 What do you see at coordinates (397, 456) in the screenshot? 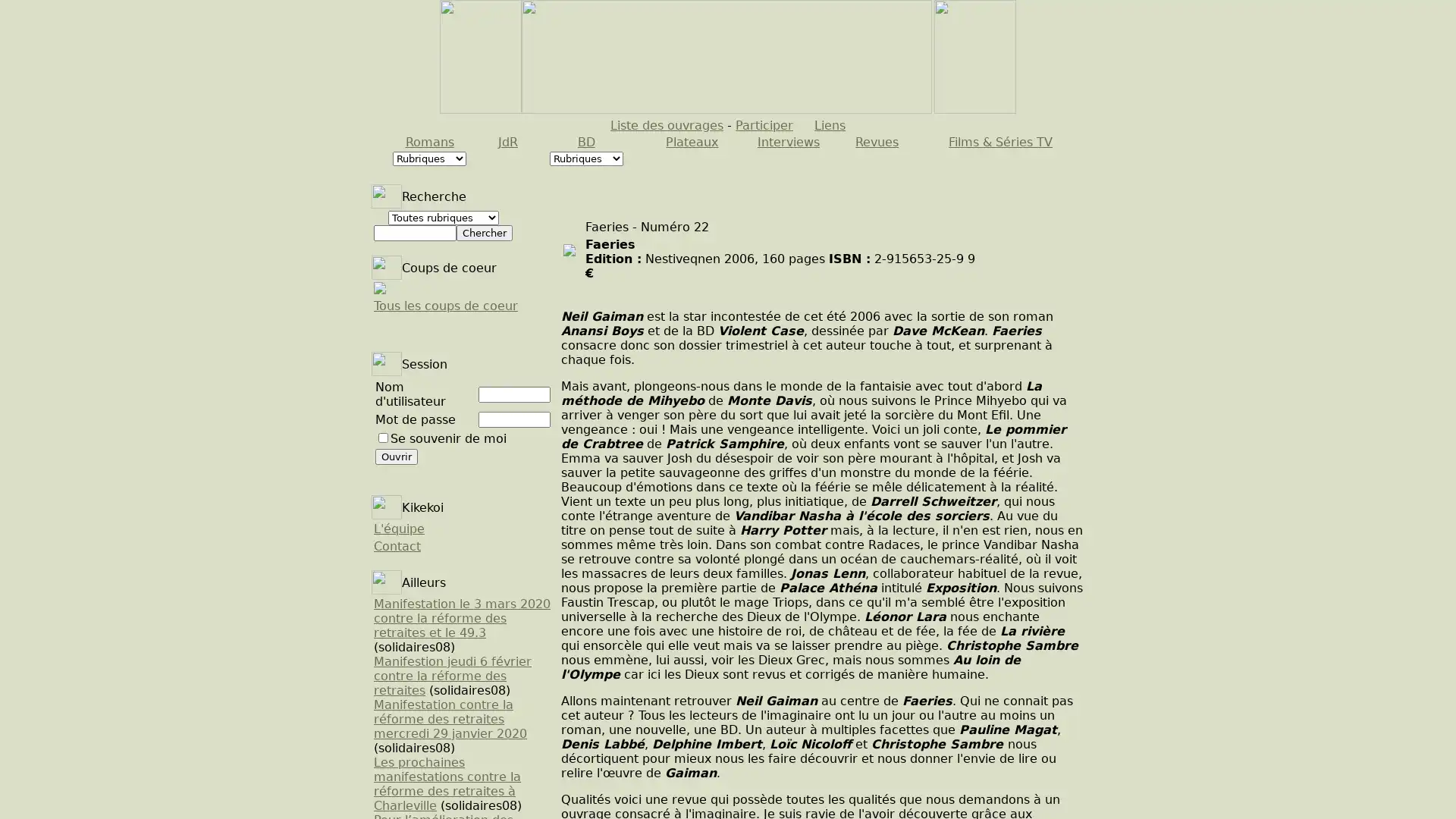
I see `Ouvrir` at bounding box center [397, 456].